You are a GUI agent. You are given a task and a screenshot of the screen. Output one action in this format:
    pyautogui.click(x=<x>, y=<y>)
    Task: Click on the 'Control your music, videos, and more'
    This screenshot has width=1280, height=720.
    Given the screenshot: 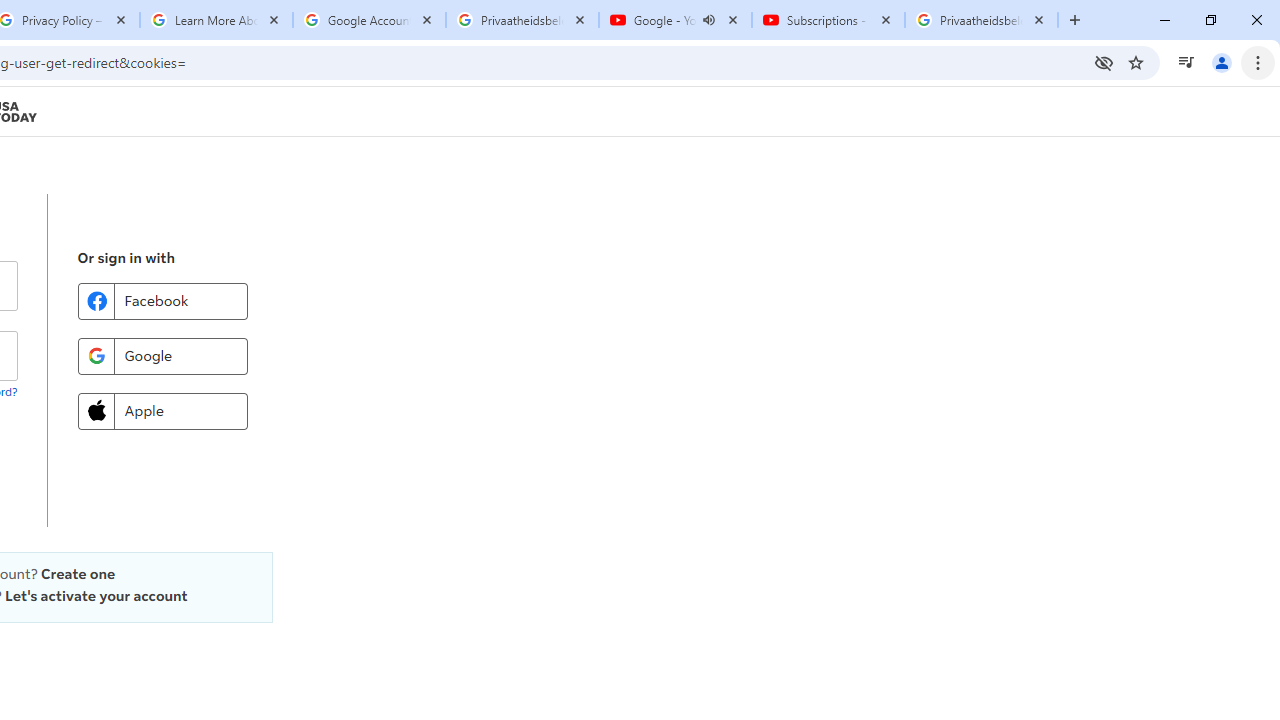 What is the action you would take?
    pyautogui.click(x=1185, y=61)
    